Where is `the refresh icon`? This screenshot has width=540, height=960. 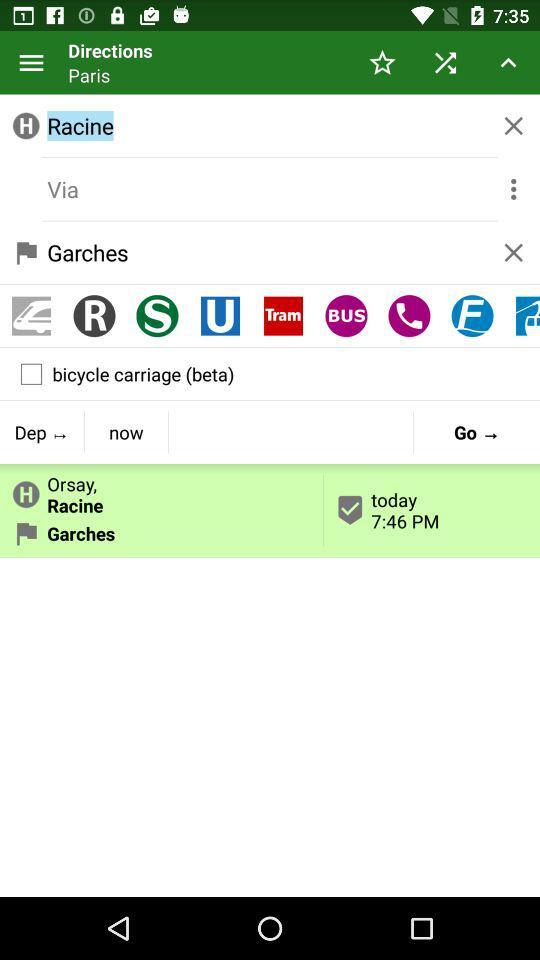
the refresh icon is located at coordinates (156, 338).